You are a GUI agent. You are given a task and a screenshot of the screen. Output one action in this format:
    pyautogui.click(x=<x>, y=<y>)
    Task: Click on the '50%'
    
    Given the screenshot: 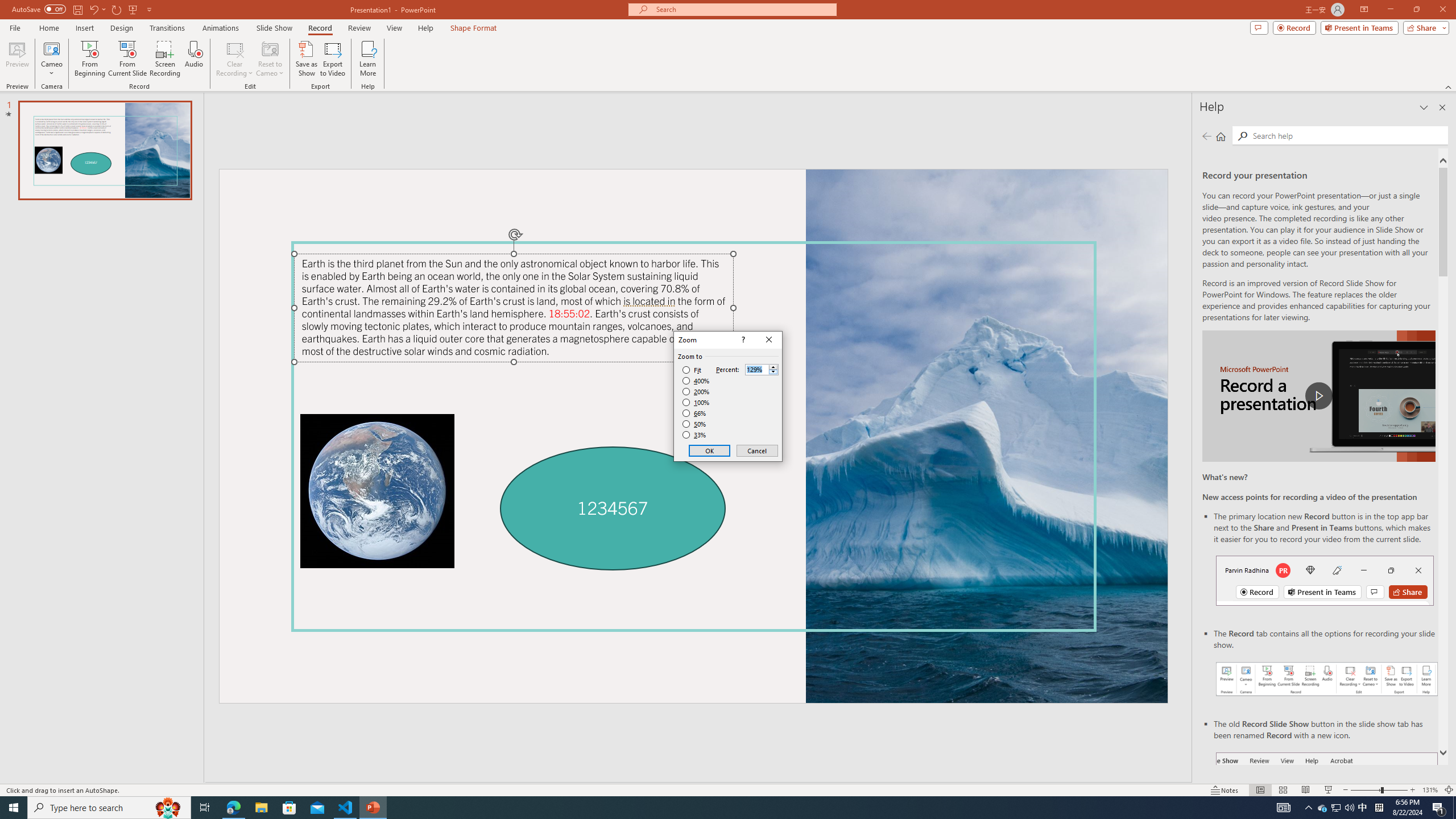 What is the action you would take?
    pyautogui.click(x=695, y=423)
    